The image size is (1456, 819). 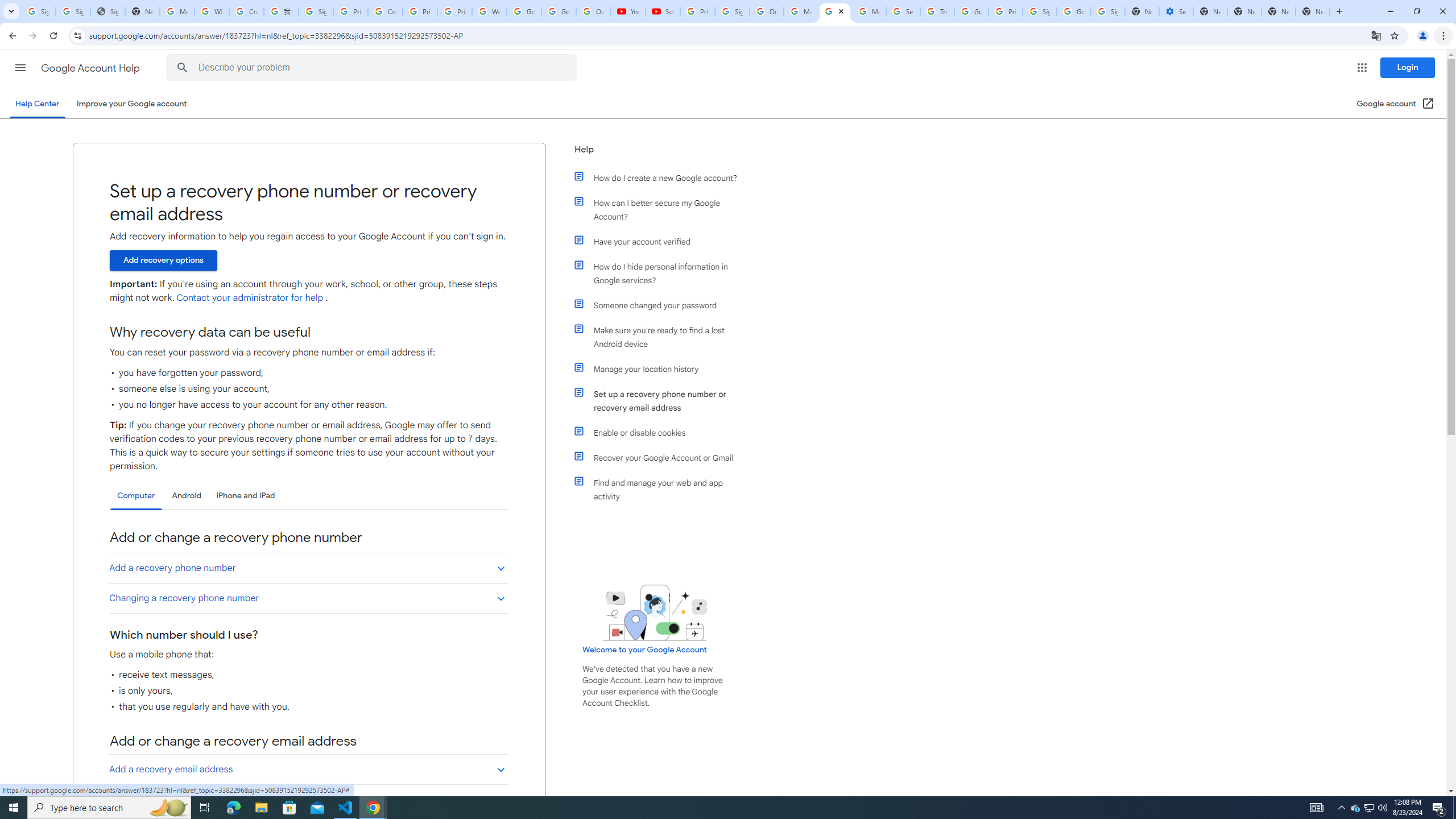 What do you see at coordinates (91, 68) in the screenshot?
I see `'Google Account Help'` at bounding box center [91, 68].